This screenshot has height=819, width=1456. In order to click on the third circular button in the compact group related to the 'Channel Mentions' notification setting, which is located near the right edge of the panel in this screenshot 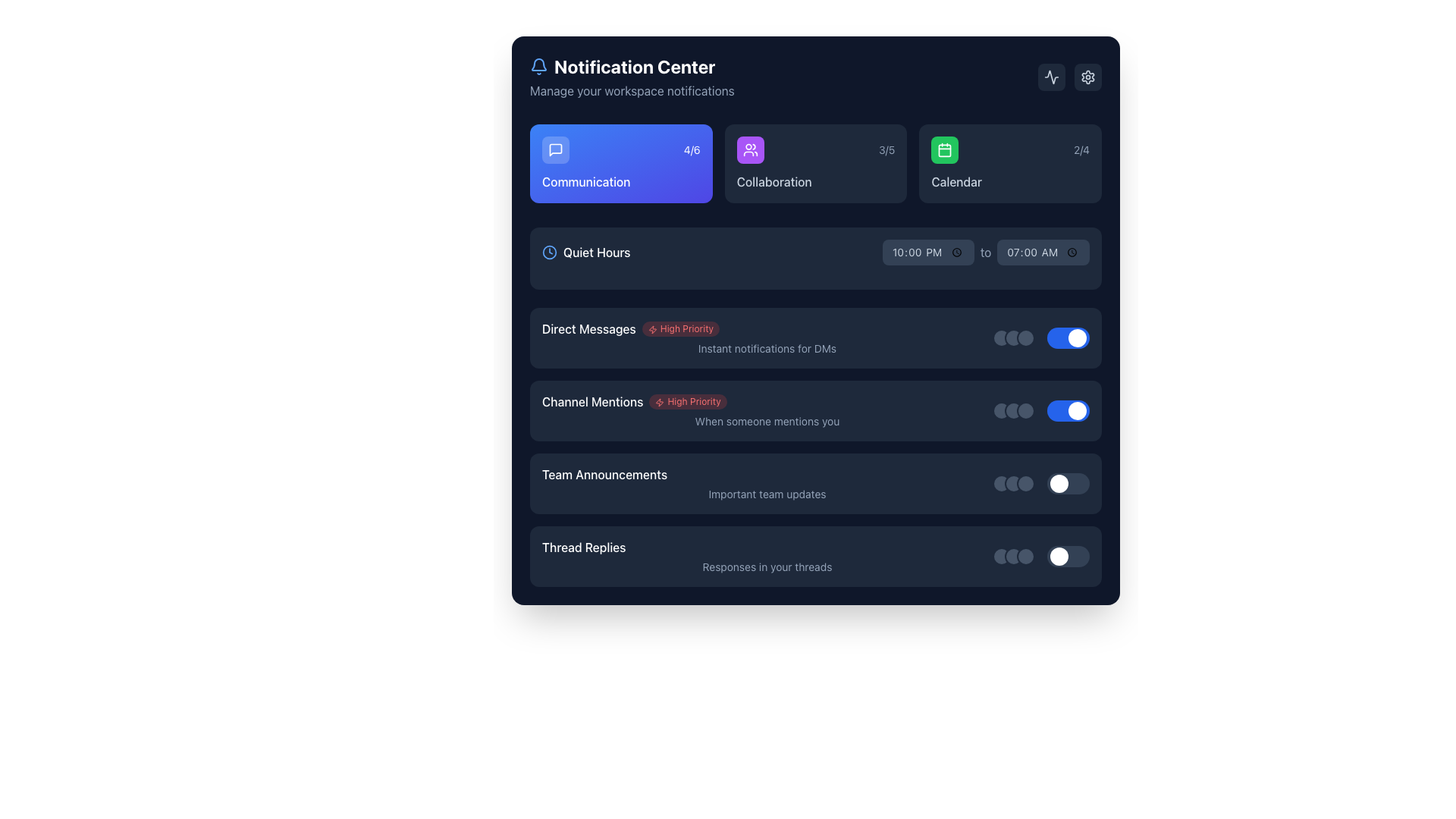, I will do `click(1026, 411)`.